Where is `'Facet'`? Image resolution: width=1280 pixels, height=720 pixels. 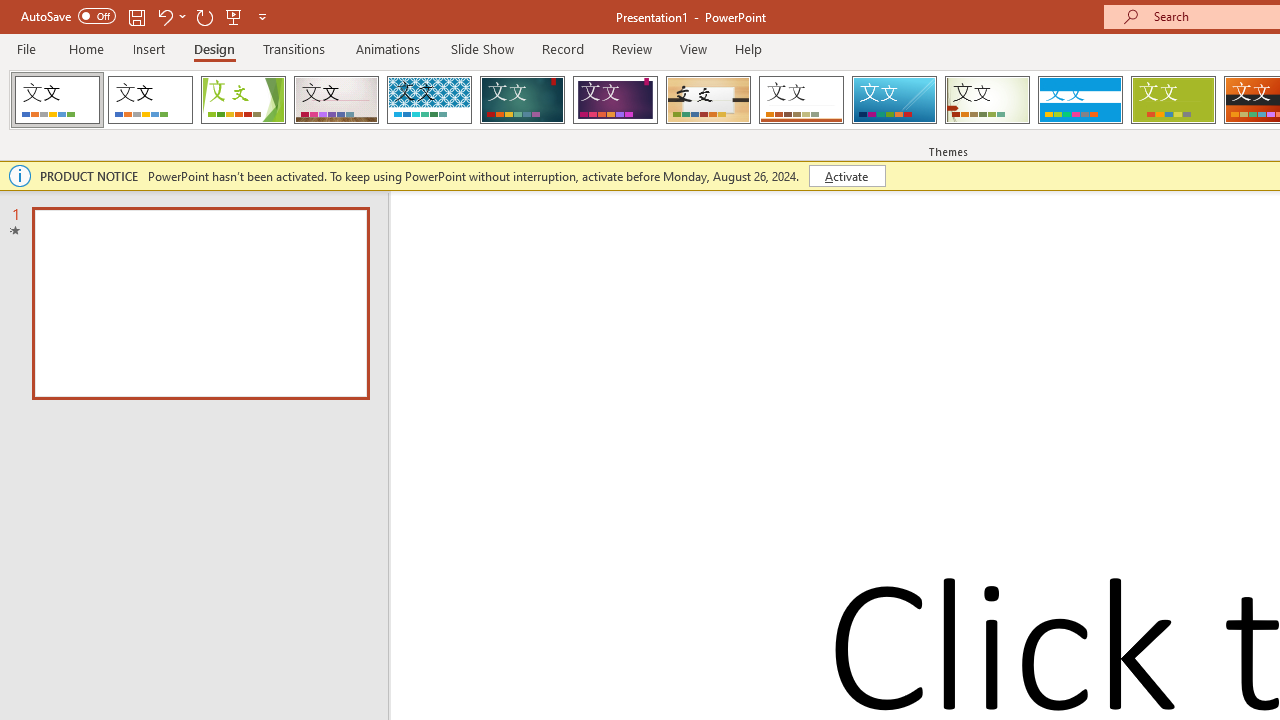 'Facet' is located at coordinates (242, 100).